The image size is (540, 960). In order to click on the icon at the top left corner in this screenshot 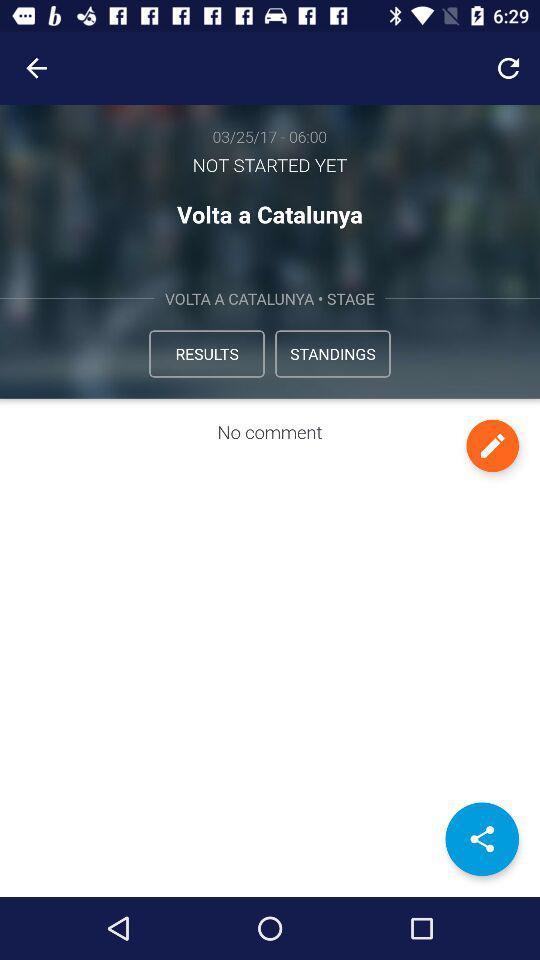, I will do `click(36, 68)`.